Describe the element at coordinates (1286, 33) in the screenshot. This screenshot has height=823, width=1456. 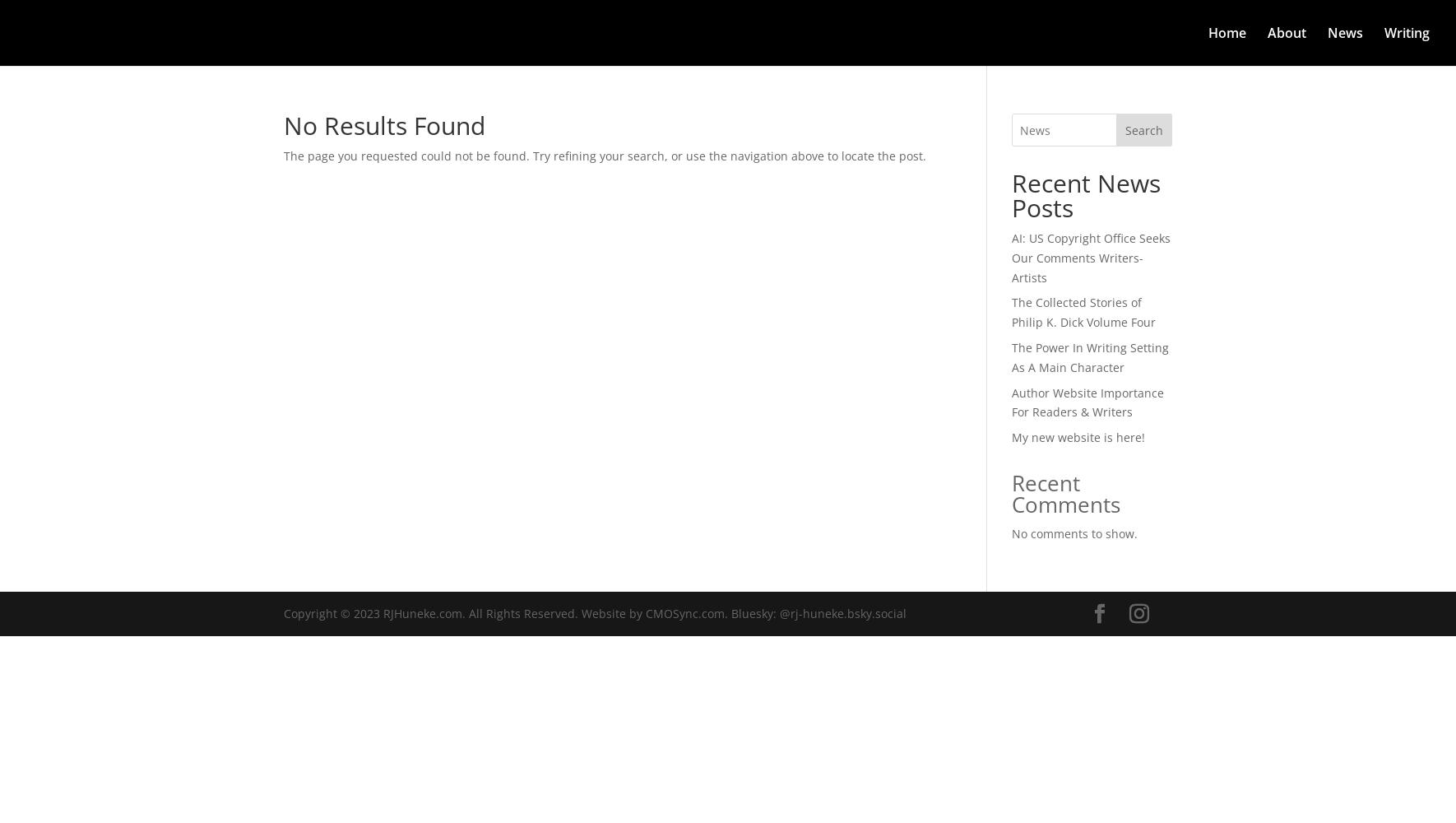
I see `'About'` at that location.